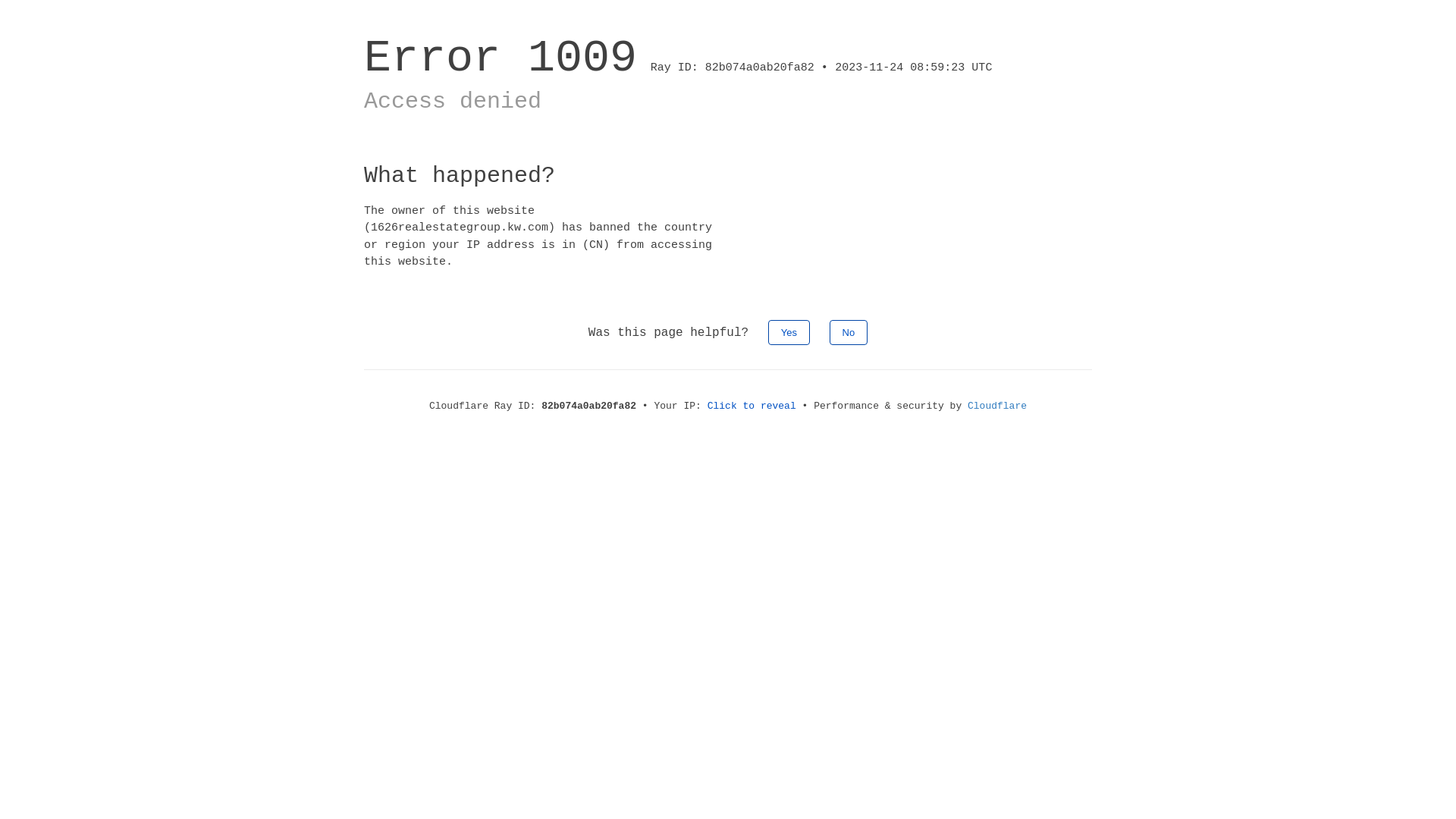 This screenshot has width=1456, height=819. Describe the element at coordinates (752, 405) in the screenshot. I see `'Click to reveal'` at that location.